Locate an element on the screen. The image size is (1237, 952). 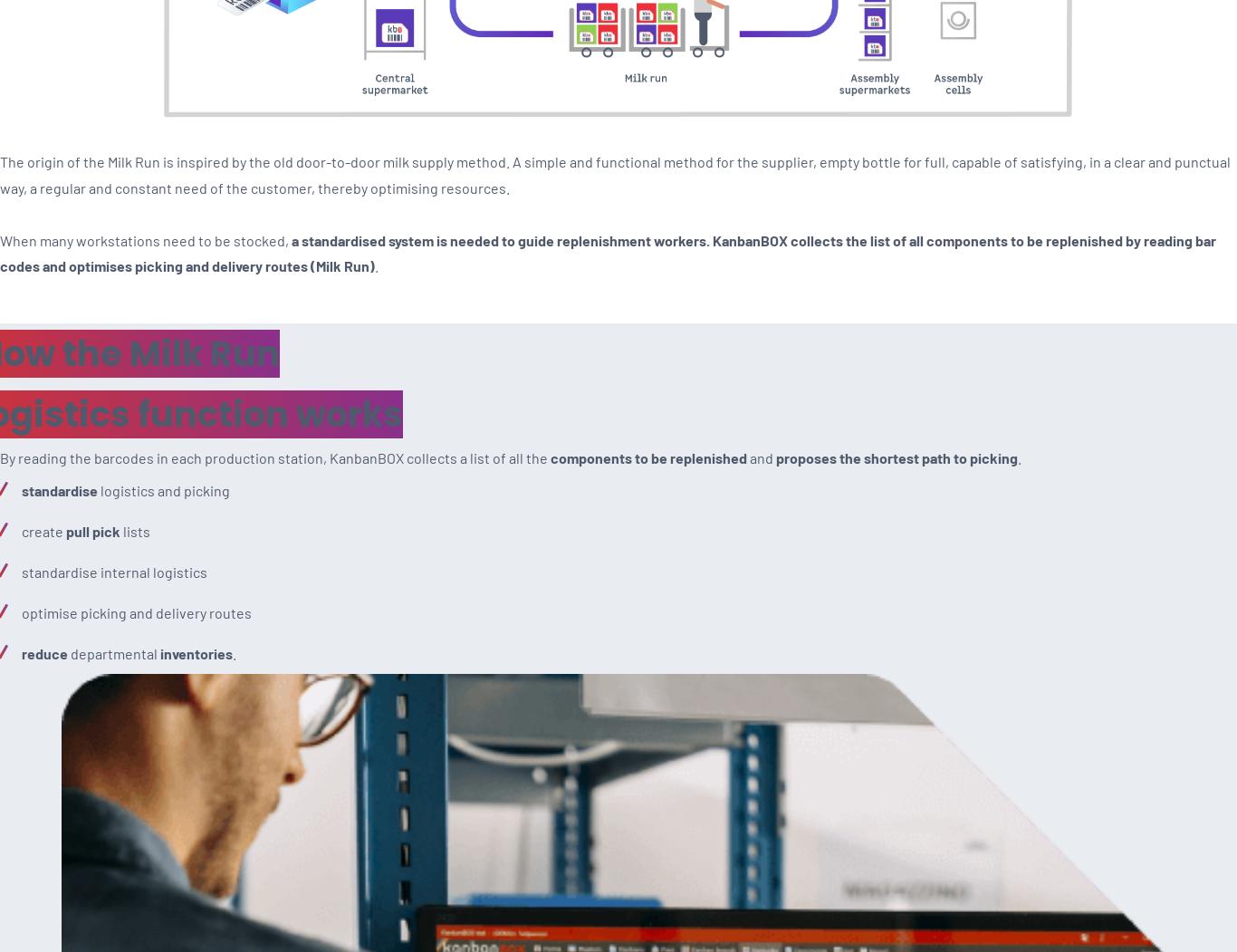
'Blog' is located at coordinates (30, 352).